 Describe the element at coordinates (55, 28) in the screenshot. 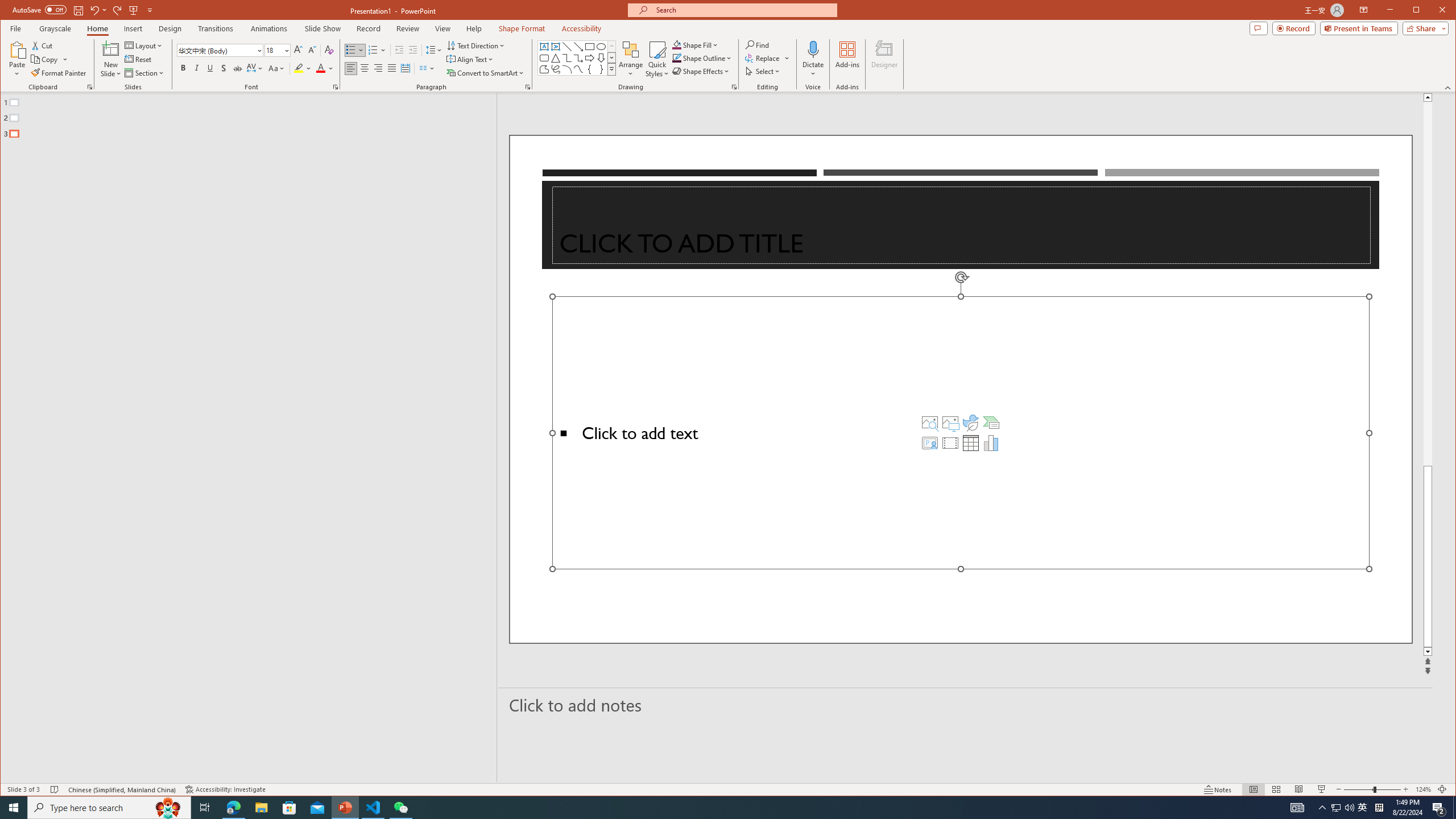

I see `'Grayscale'` at that location.